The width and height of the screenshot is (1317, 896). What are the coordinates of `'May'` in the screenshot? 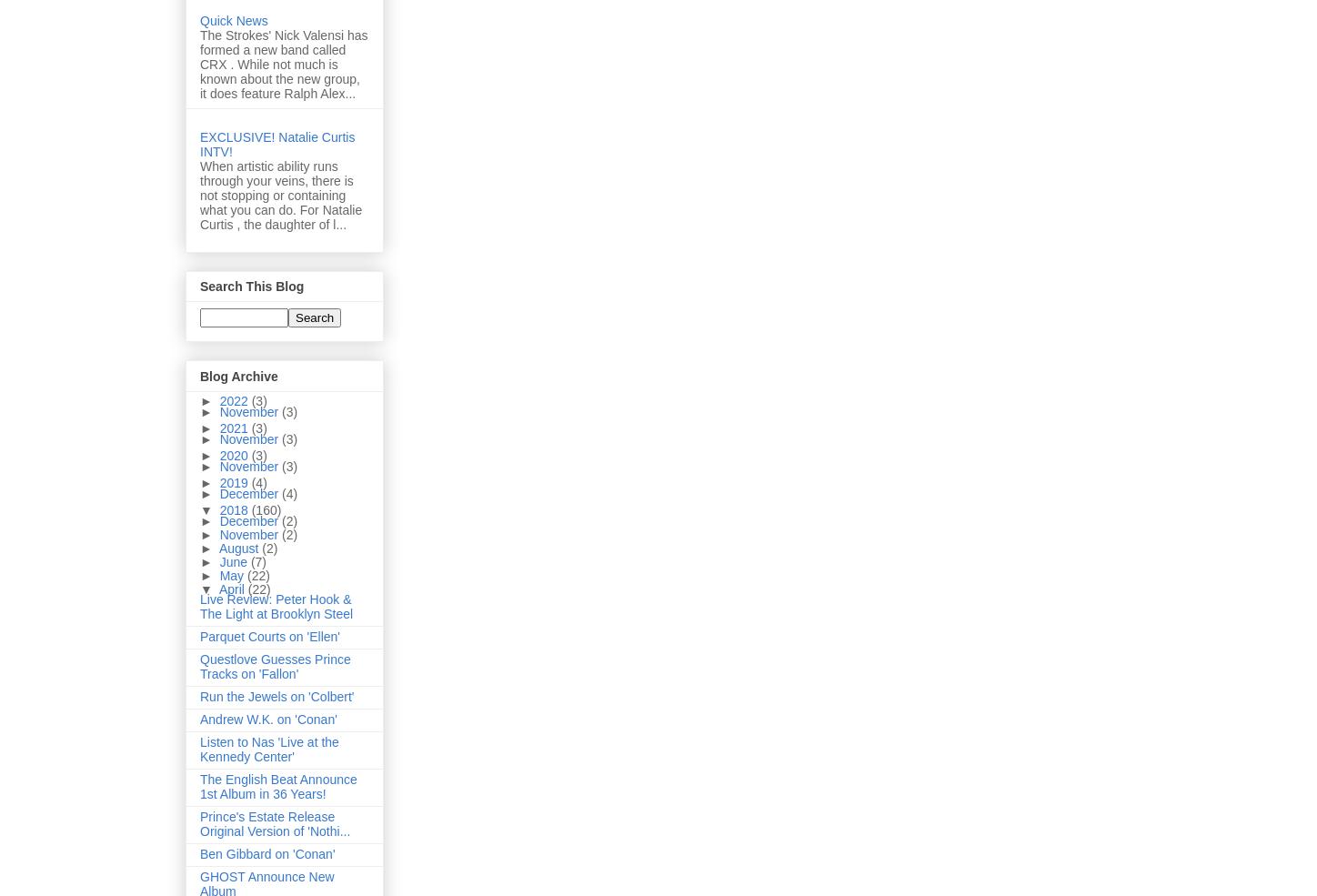 It's located at (218, 573).